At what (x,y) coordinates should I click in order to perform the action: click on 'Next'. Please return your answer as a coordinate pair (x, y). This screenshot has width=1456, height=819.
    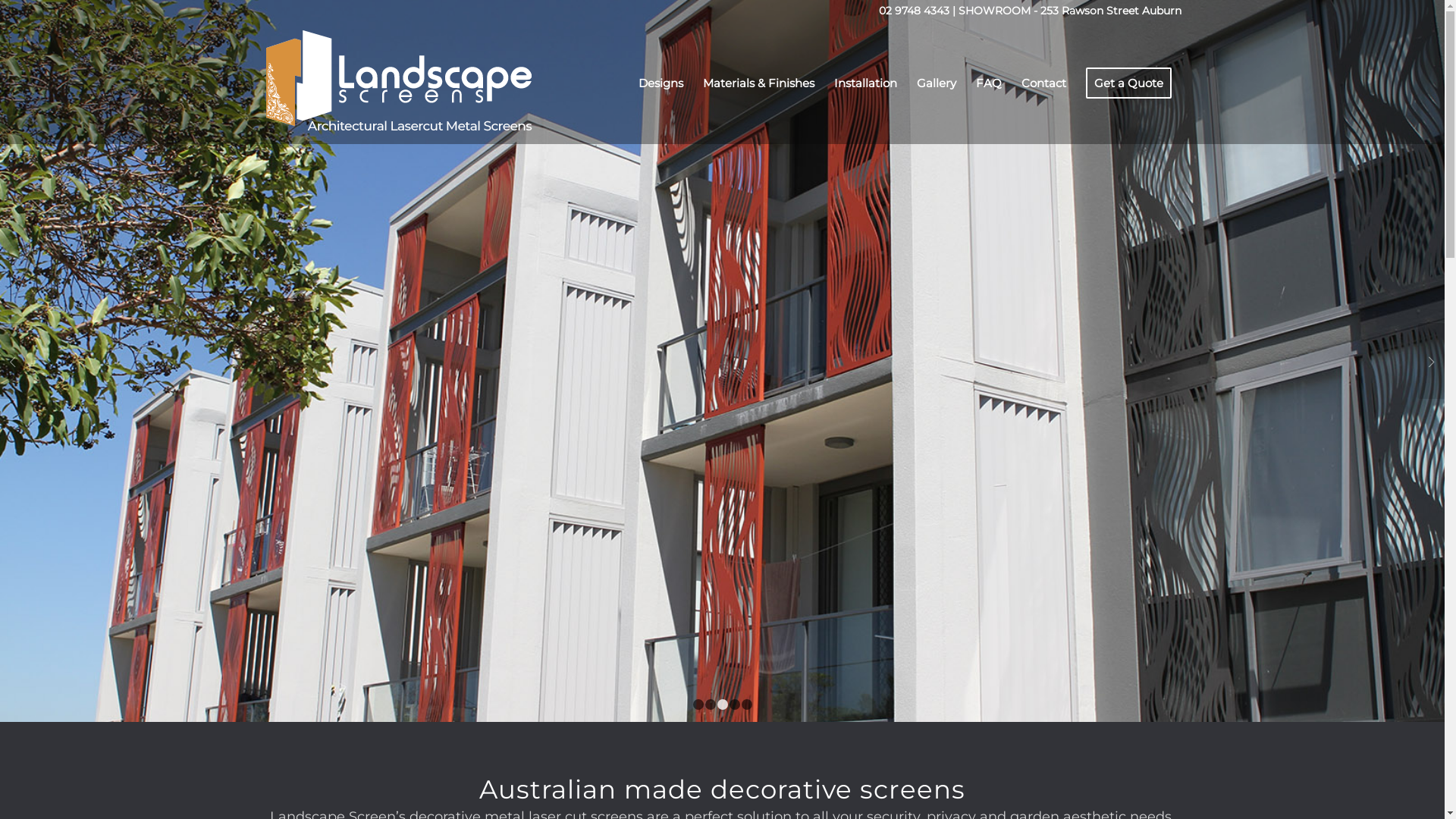
    Looking at the image, I should click on (1417, 360).